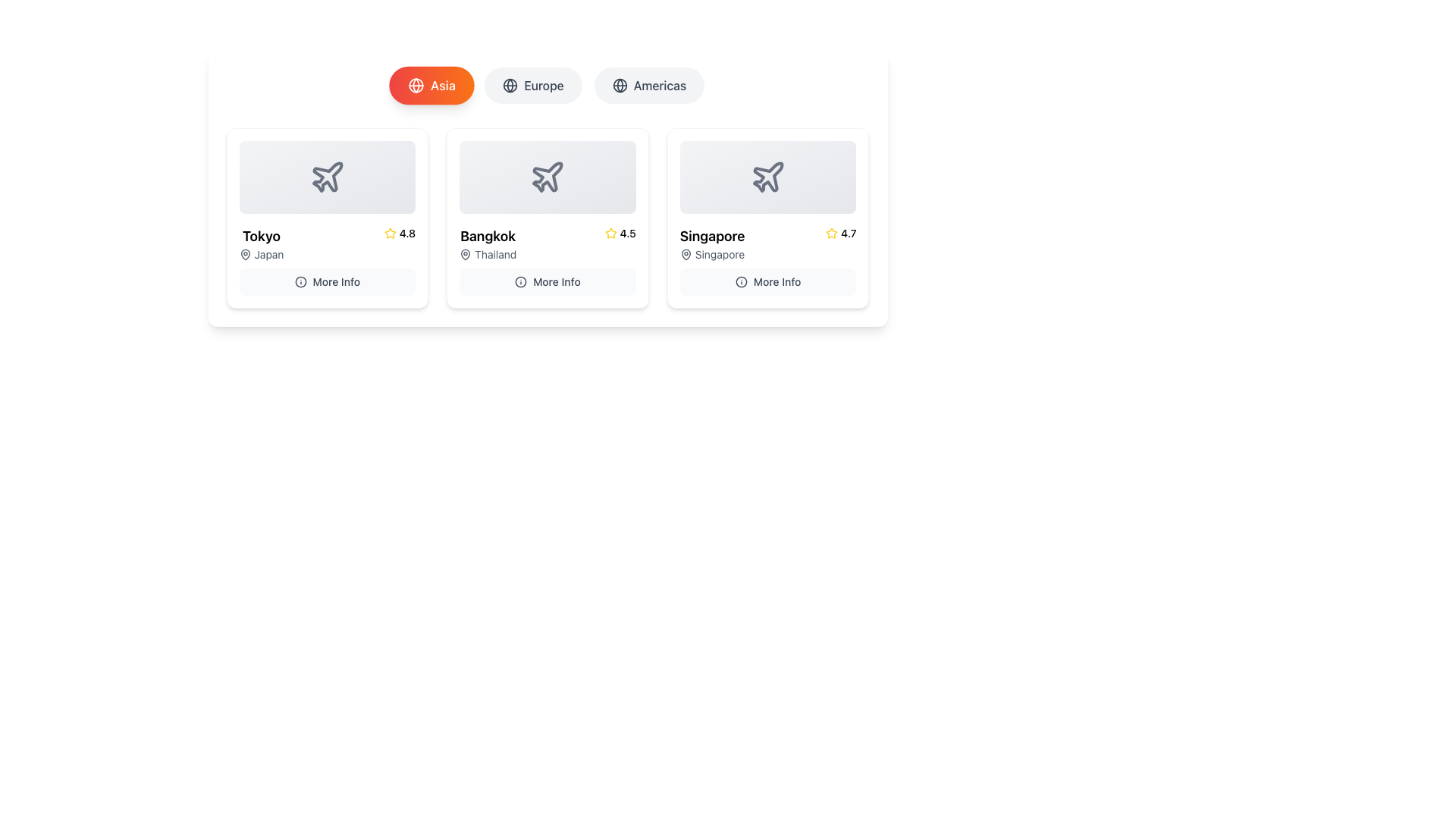 Image resolution: width=1456 pixels, height=819 pixels. What do you see at coordinates (831, 233) in the screenshot?
I see `the star-shaped yellow icon indicating a rating of '4.7' within the 'Singapore' destination card` at bounding box center [831, 233].